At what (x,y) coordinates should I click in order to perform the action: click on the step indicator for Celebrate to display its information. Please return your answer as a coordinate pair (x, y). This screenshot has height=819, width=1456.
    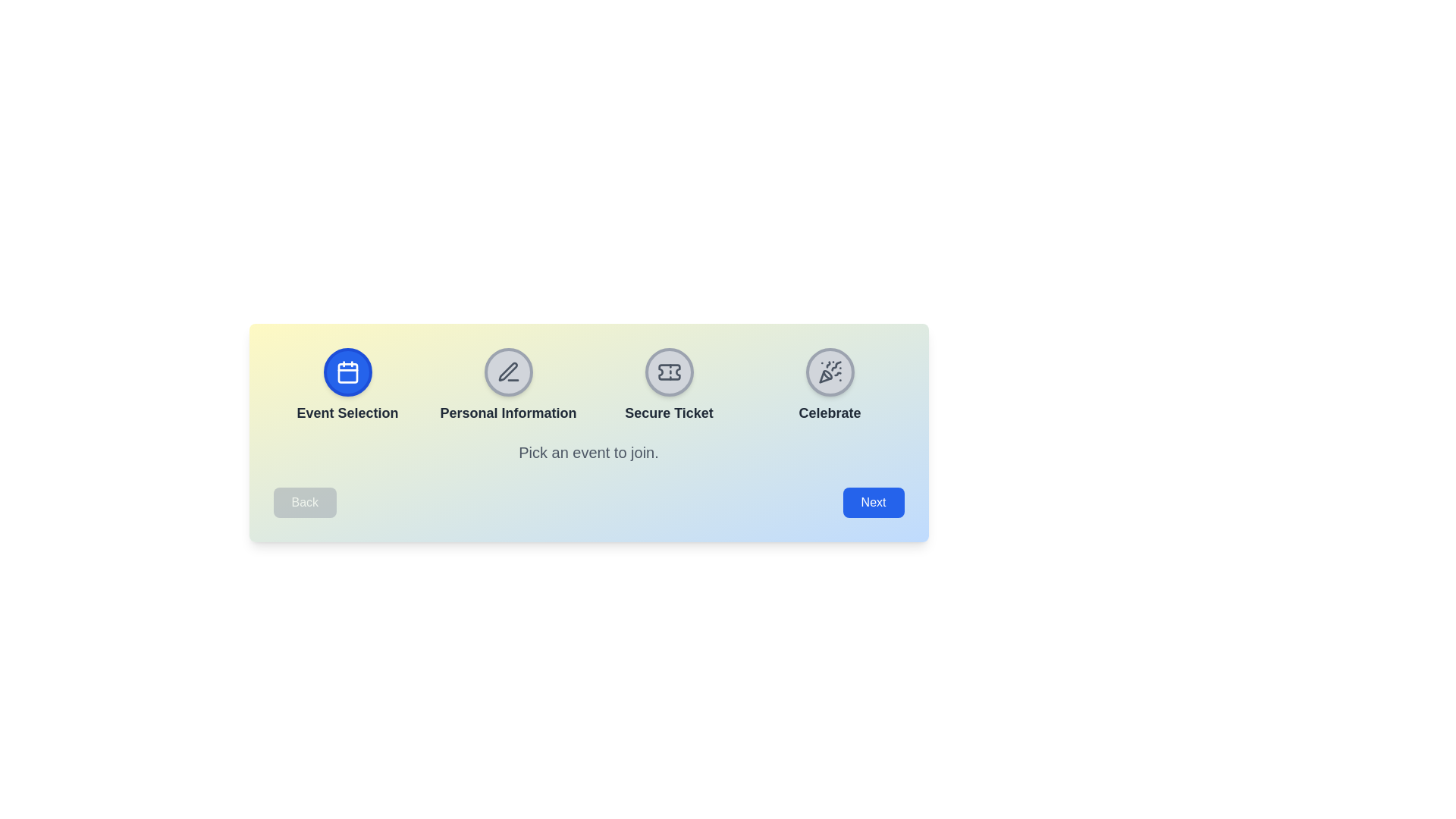
    Looking at the image, I should click on (829, 372).